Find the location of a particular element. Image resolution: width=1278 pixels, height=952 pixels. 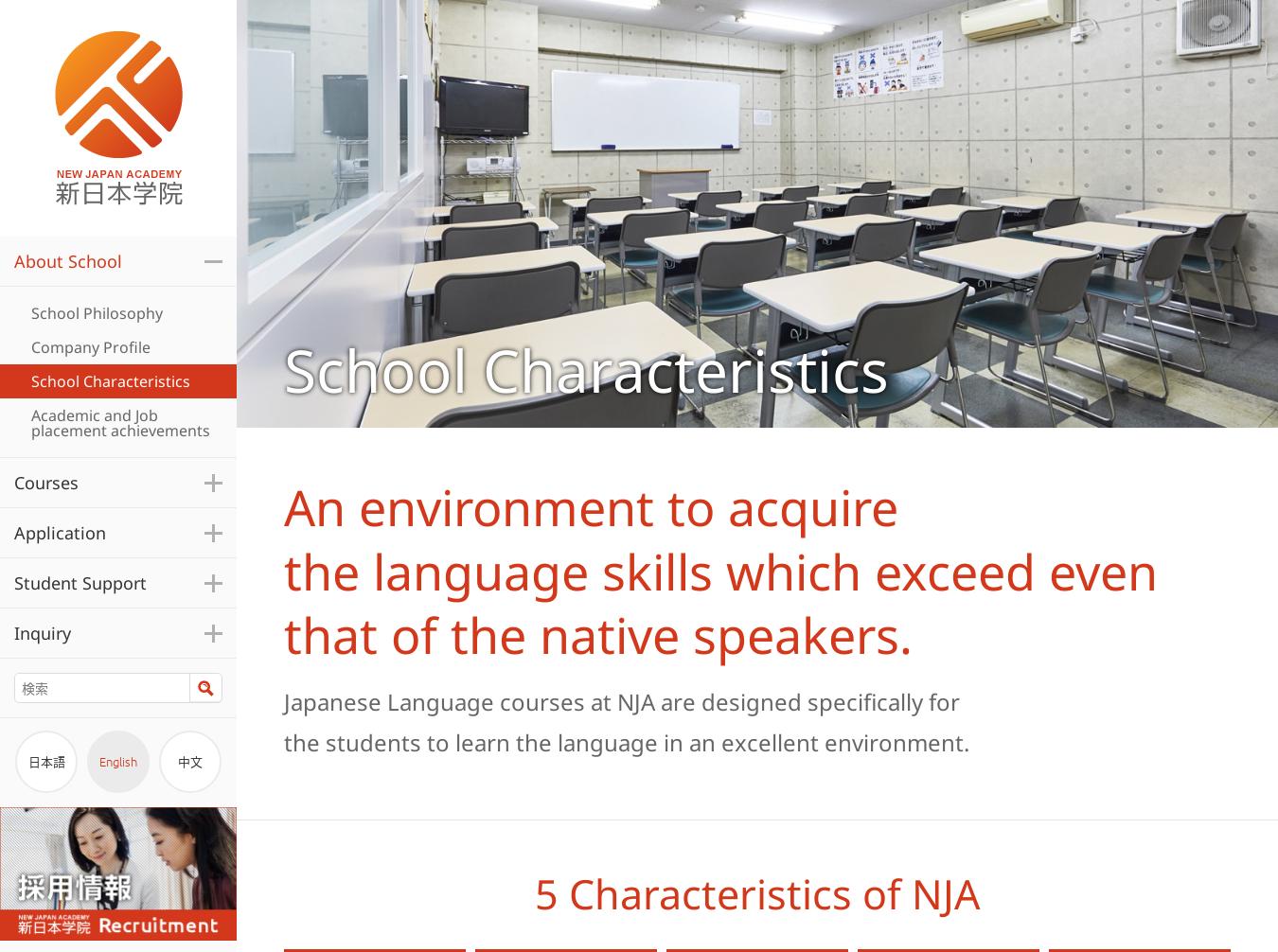

'English' is located at coordinates (118, 760).